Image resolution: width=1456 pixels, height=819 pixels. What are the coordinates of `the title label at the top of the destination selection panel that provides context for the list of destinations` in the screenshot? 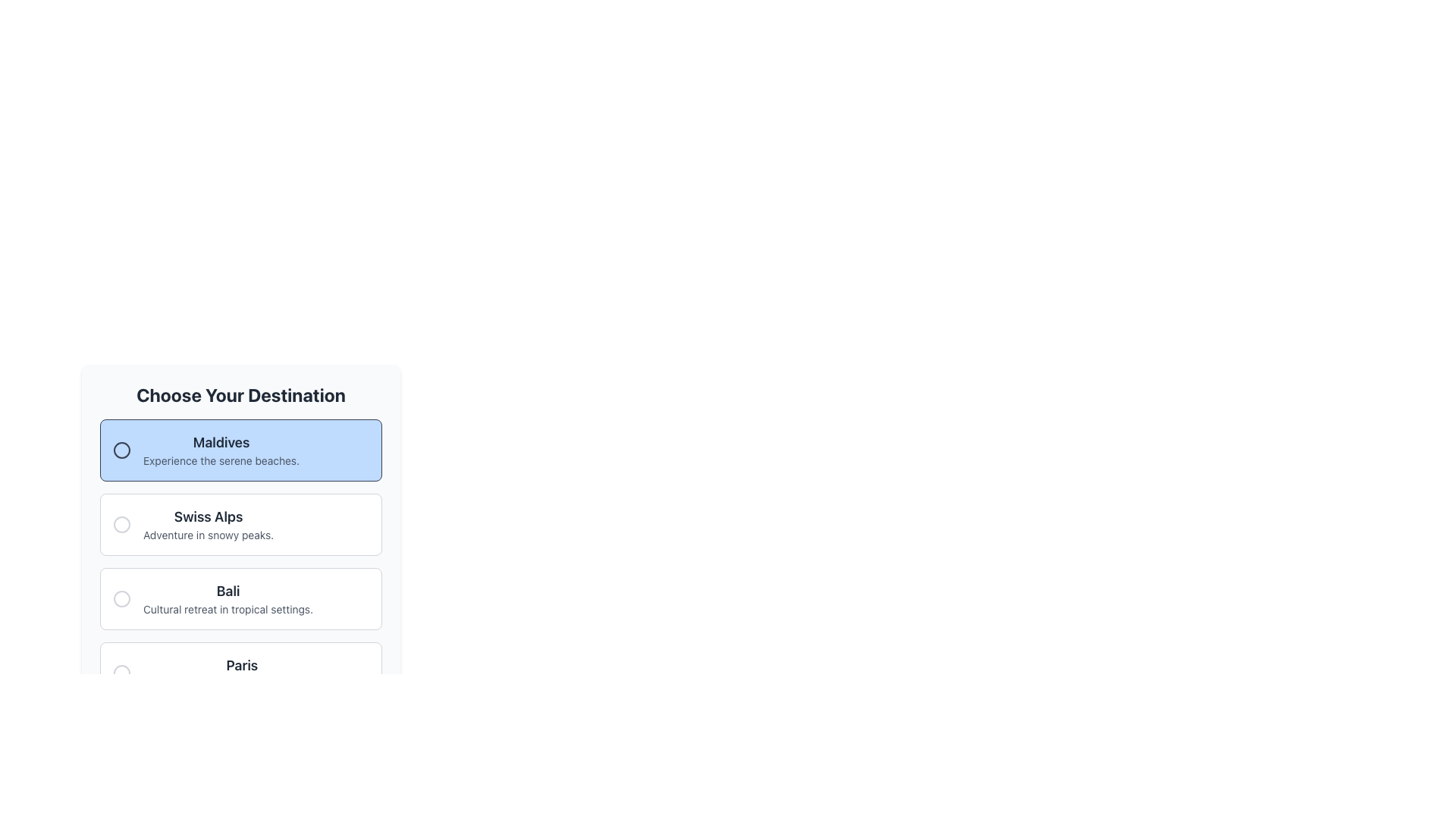 It's located at (240, 394).